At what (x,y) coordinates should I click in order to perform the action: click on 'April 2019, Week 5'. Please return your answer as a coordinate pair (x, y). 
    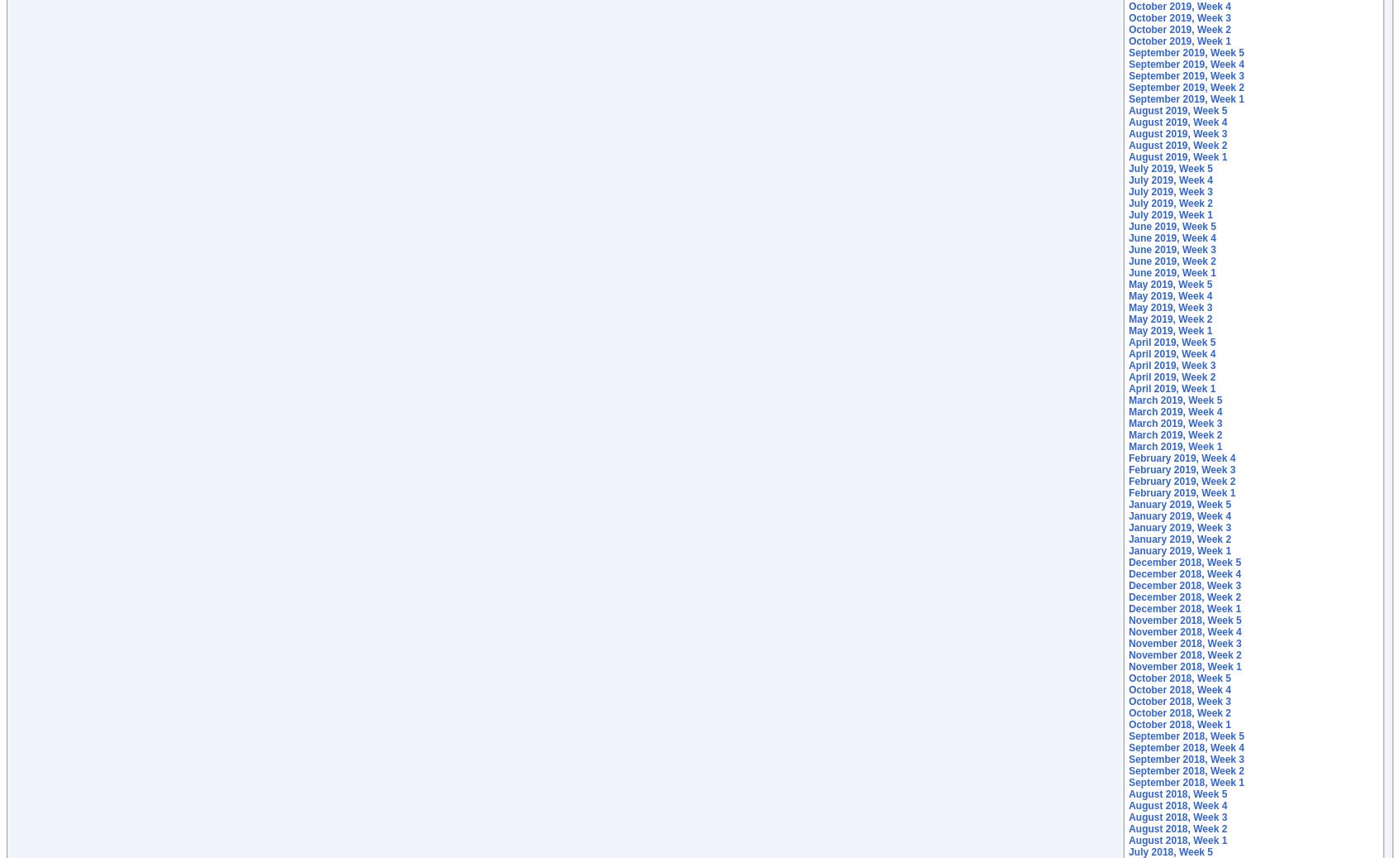
    Looking at the image, I should click on (1128, 341).